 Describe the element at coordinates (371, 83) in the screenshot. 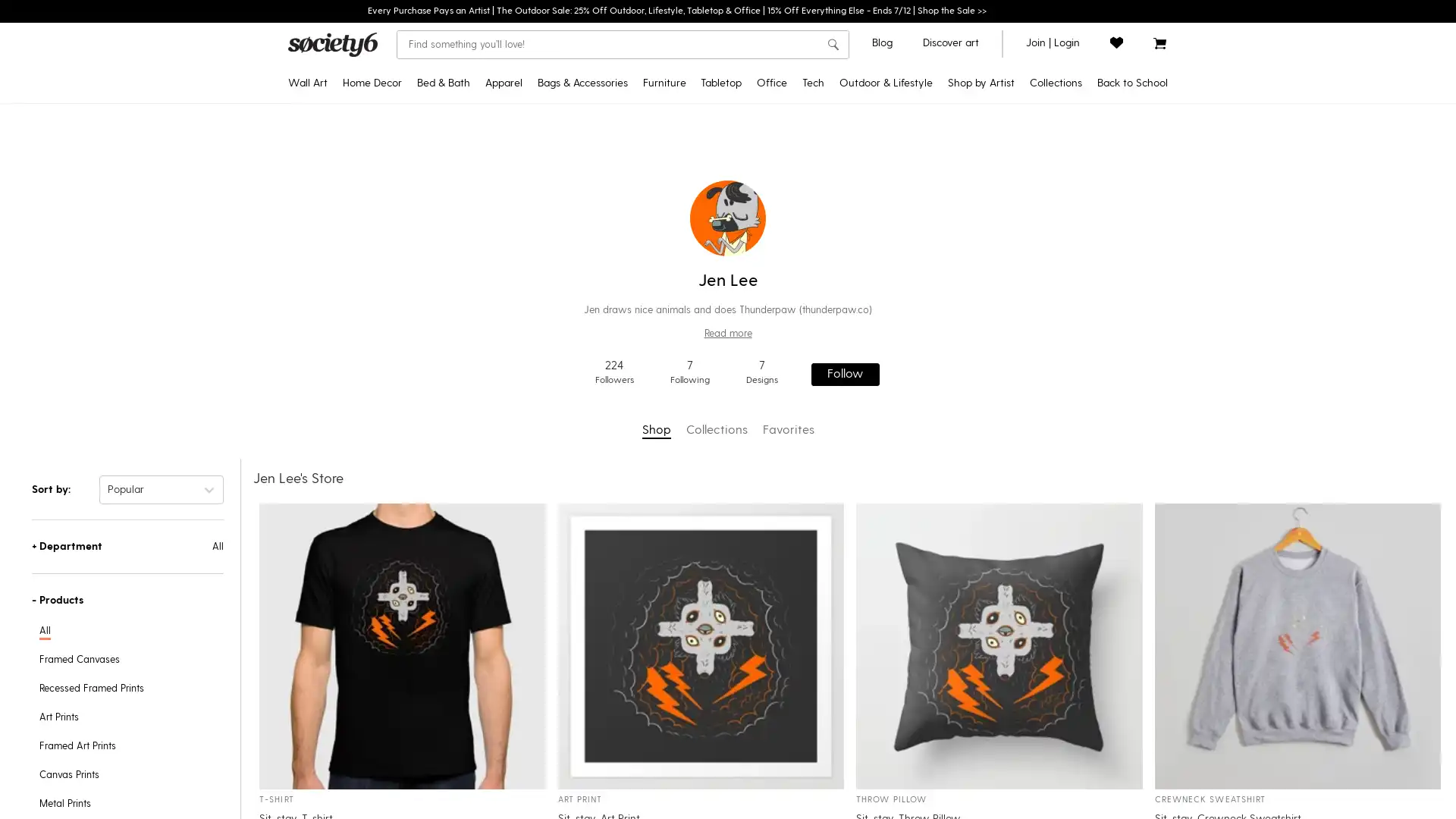

I see `Home Decor` at that location.